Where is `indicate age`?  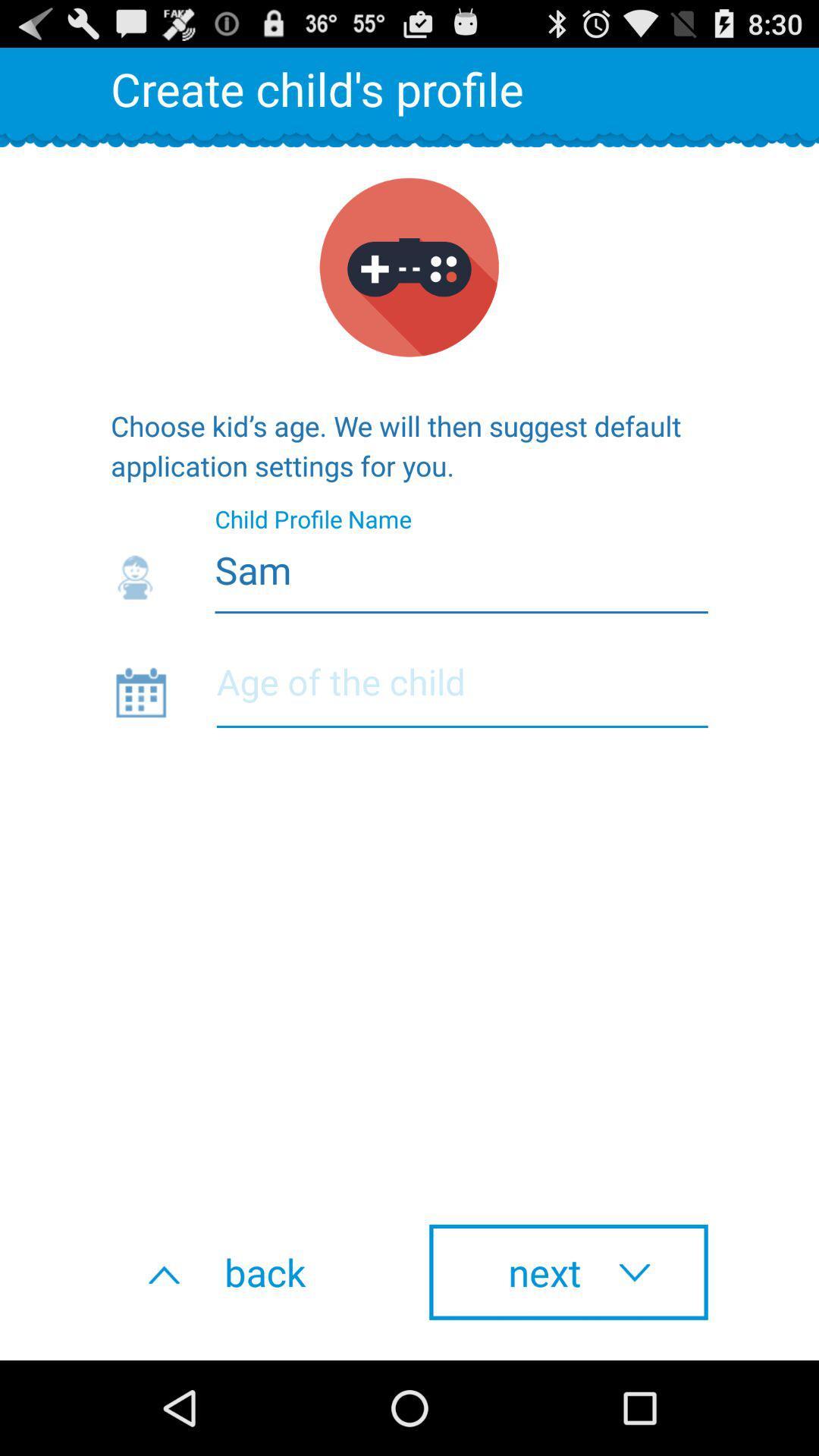
indicate age is located at coordinates (461, 691).